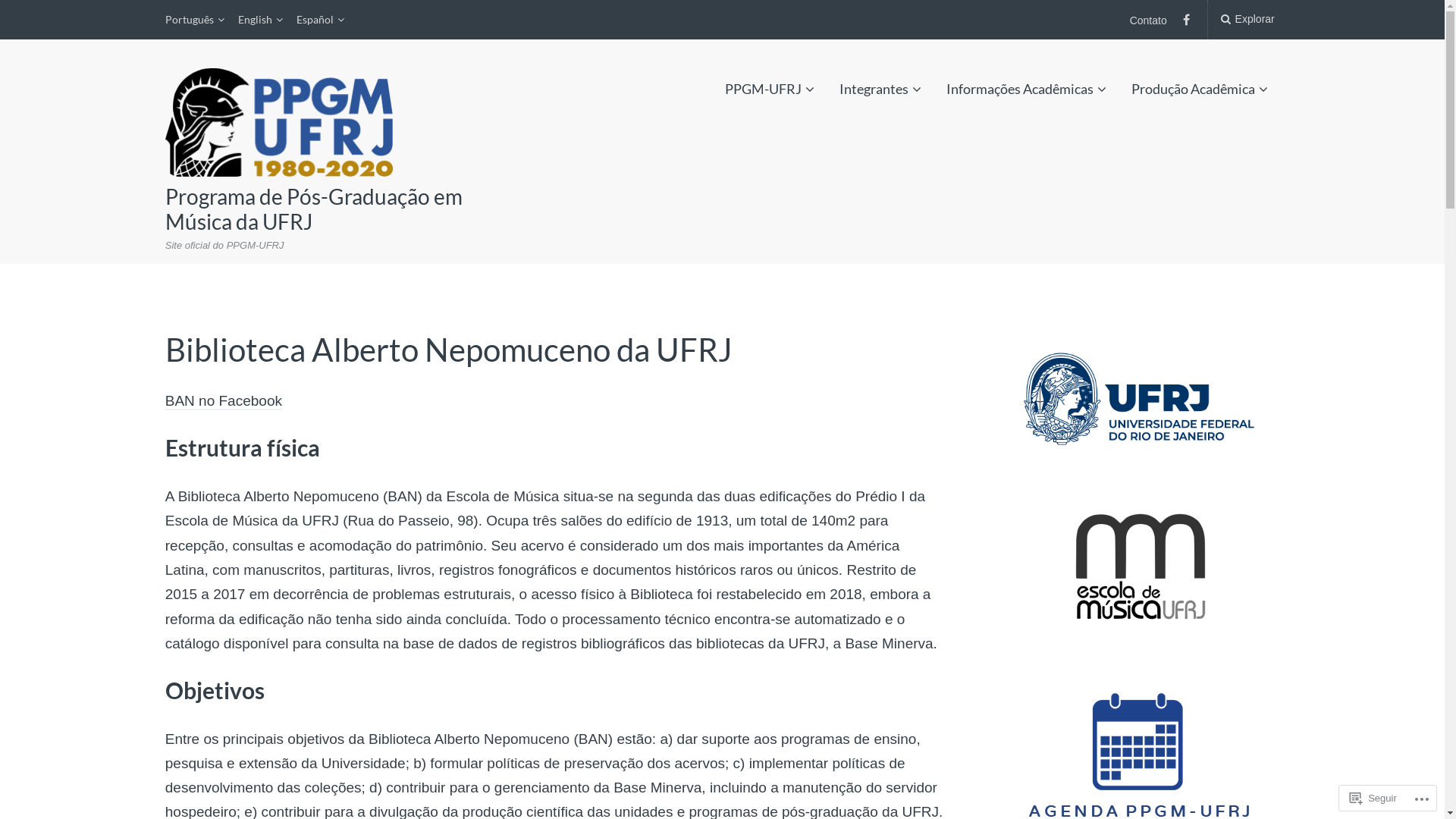 The image size is (1456, 819). What do you see at coordinates (260, 20) in the screenshot?
I see `'English'` at bounding box center [260, 20].